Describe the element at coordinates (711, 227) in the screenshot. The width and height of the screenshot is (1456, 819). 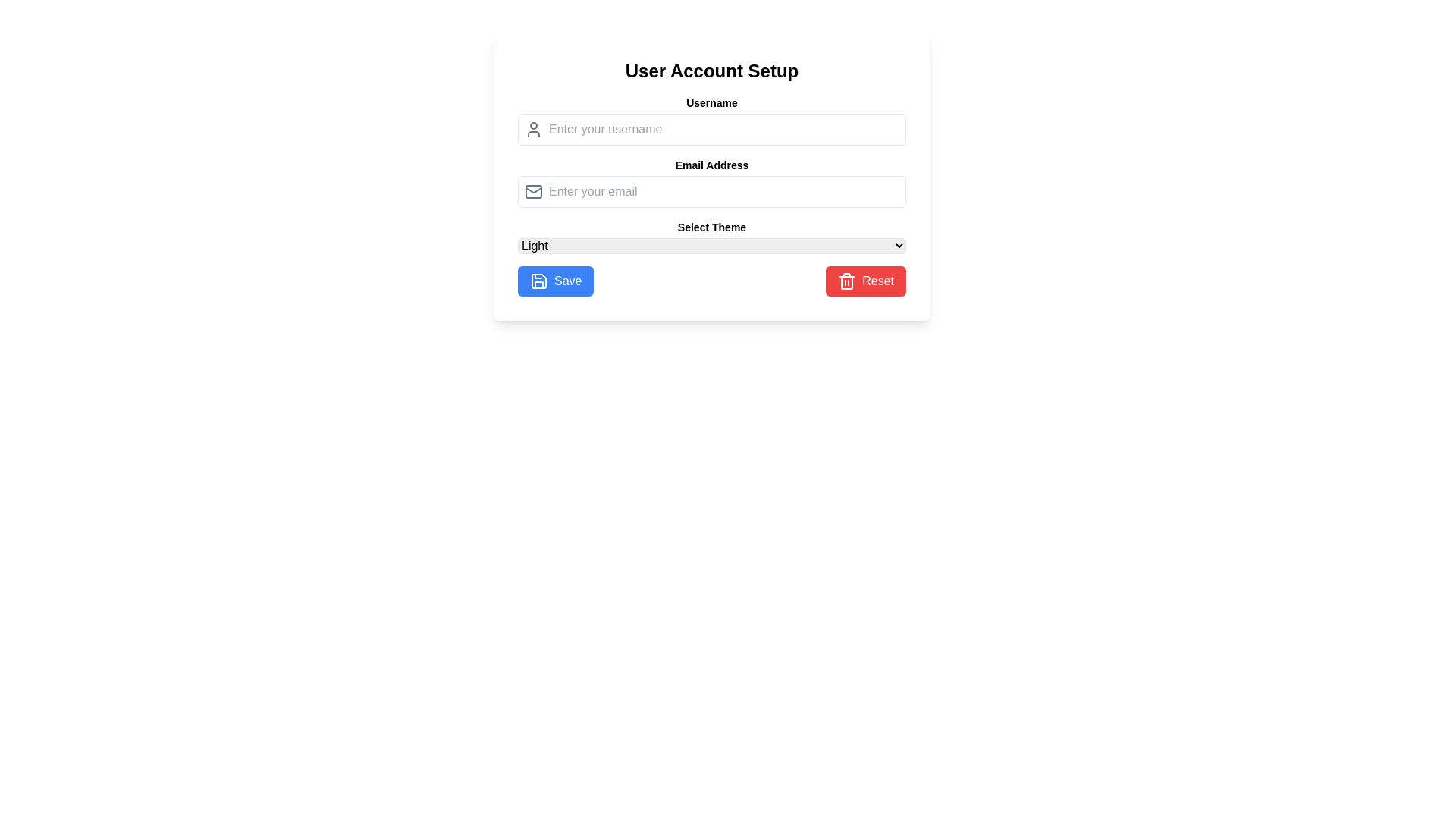
I see `the 'Select Theme' label, which is a bold text label positioned above the dropdown menu for theme selection` at that location.